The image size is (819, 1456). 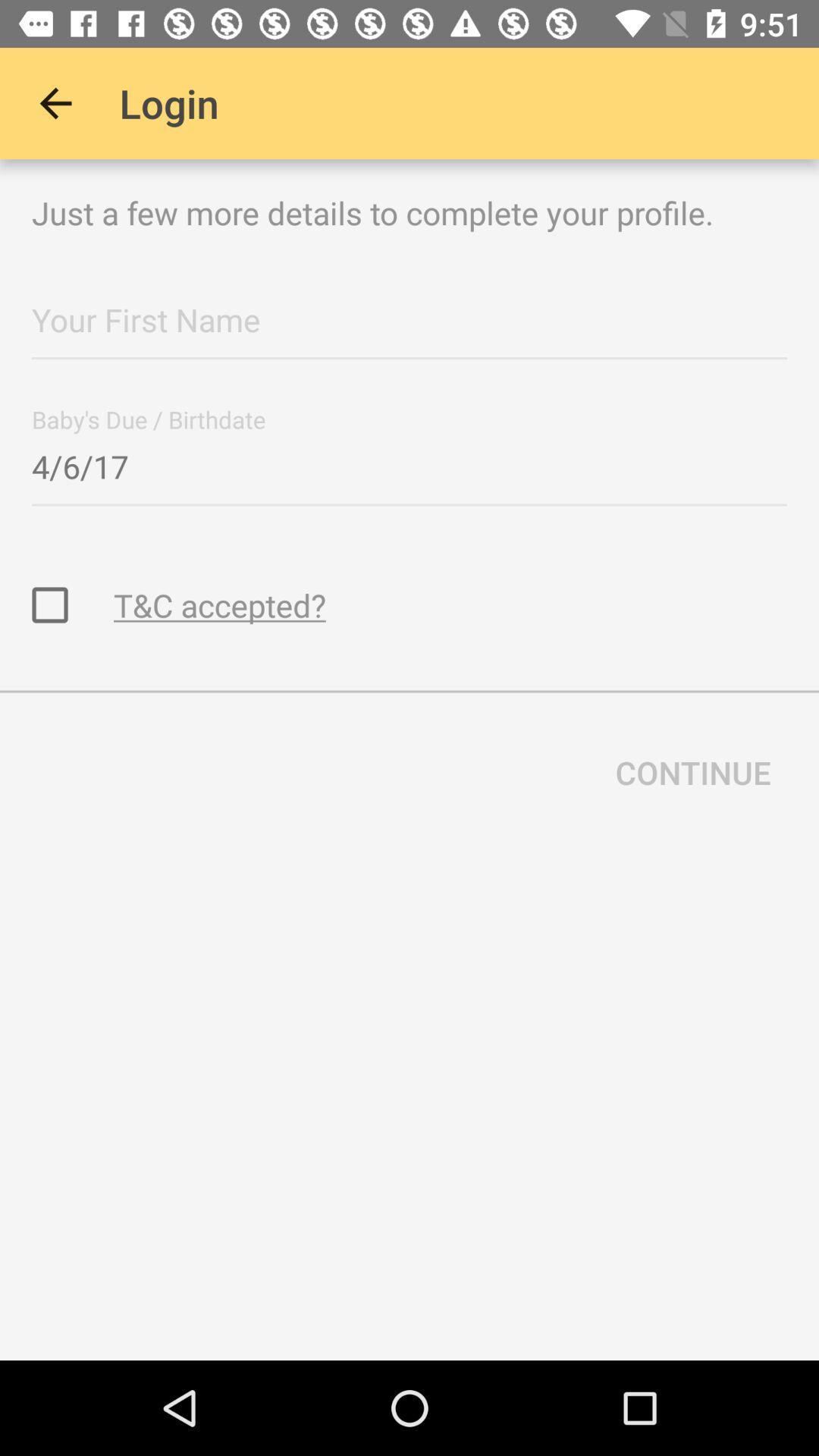 What do you see at coordinates (55, 102) in the screenshot?
I see `item above just a few icon` at bounding box center [55, 102].